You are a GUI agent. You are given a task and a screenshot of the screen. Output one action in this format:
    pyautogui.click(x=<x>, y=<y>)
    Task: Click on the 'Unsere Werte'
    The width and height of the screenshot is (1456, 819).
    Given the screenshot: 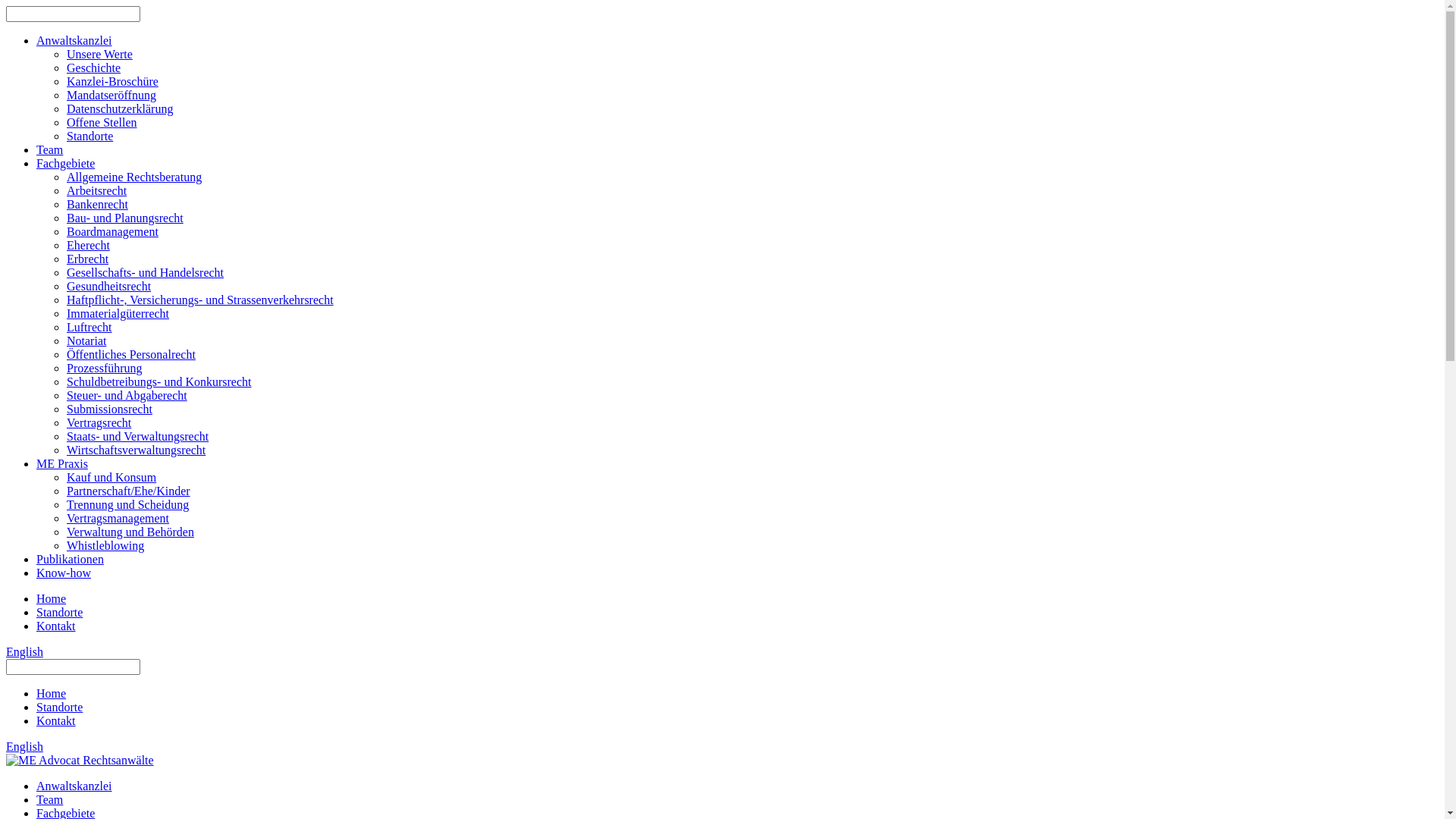 What is the action you would take?
    pyautogui.click(x=99, y=53)
    